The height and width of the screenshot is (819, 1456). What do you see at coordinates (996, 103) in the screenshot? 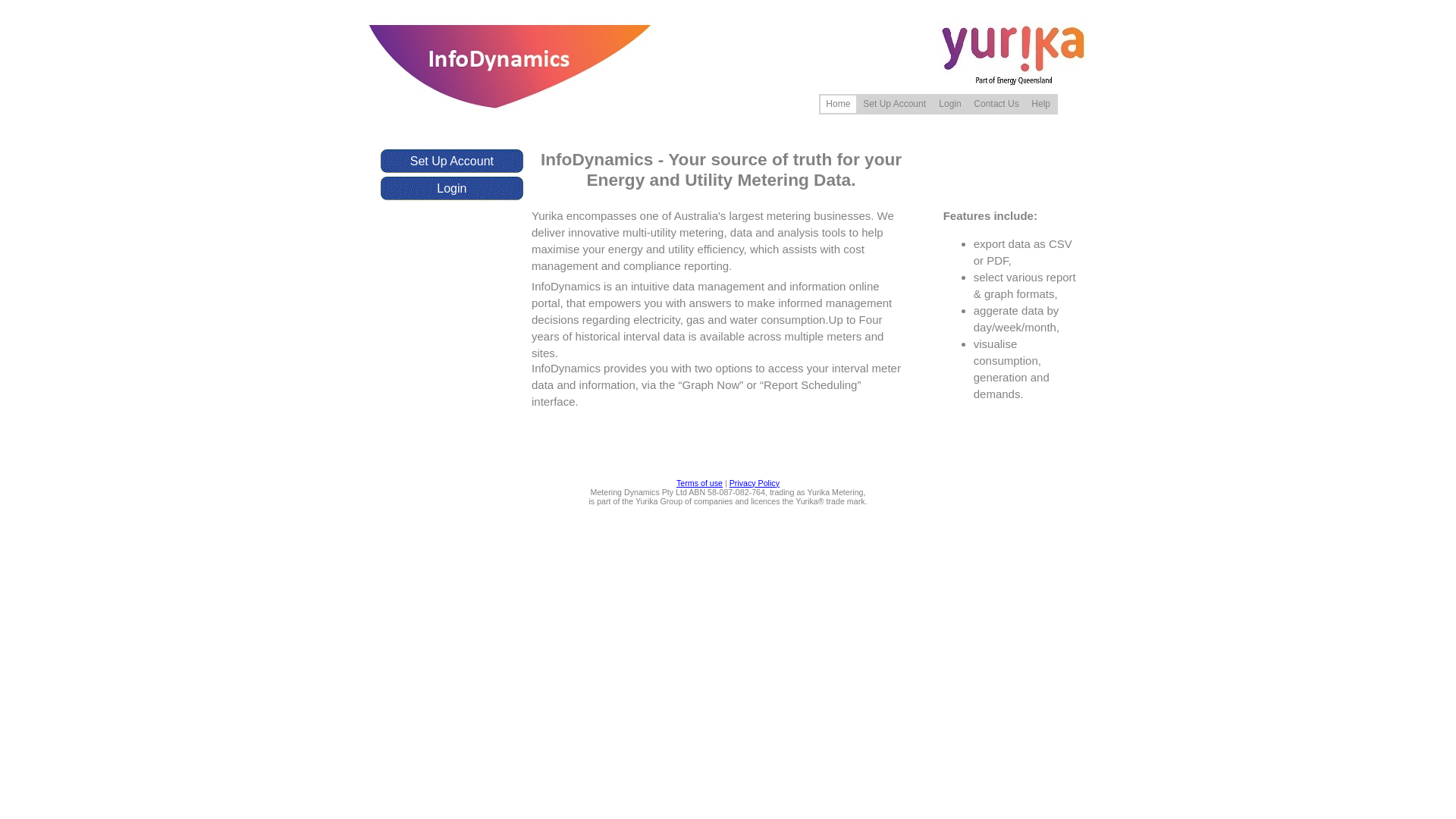
I see `'Contact Us'` at bounding box center [996, 103].